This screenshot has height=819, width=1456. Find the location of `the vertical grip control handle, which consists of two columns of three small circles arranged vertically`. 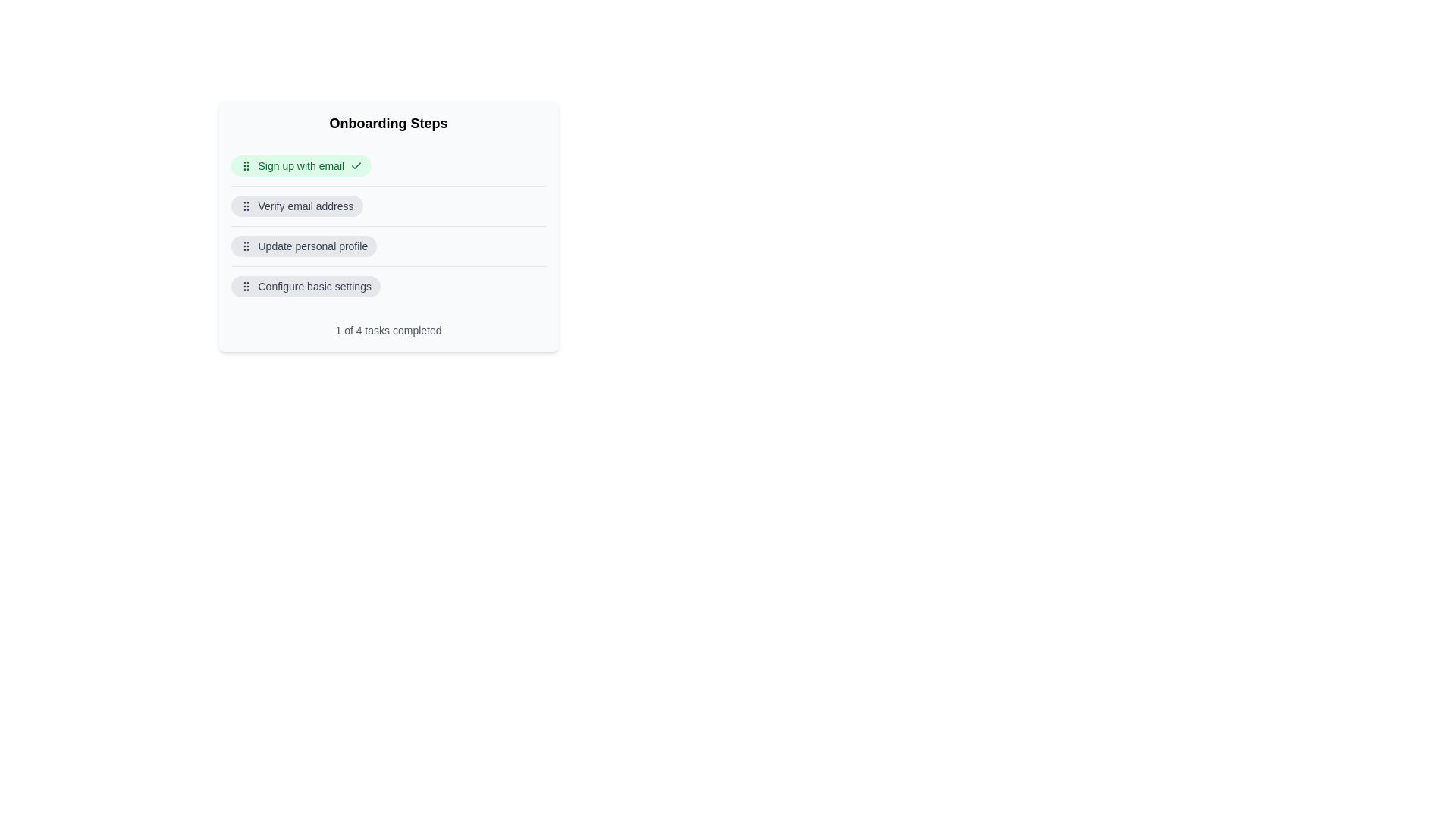

the vertical grip control handle, which consists of two columns of three small circles arranged vertically is located at coordinates (246, 206).